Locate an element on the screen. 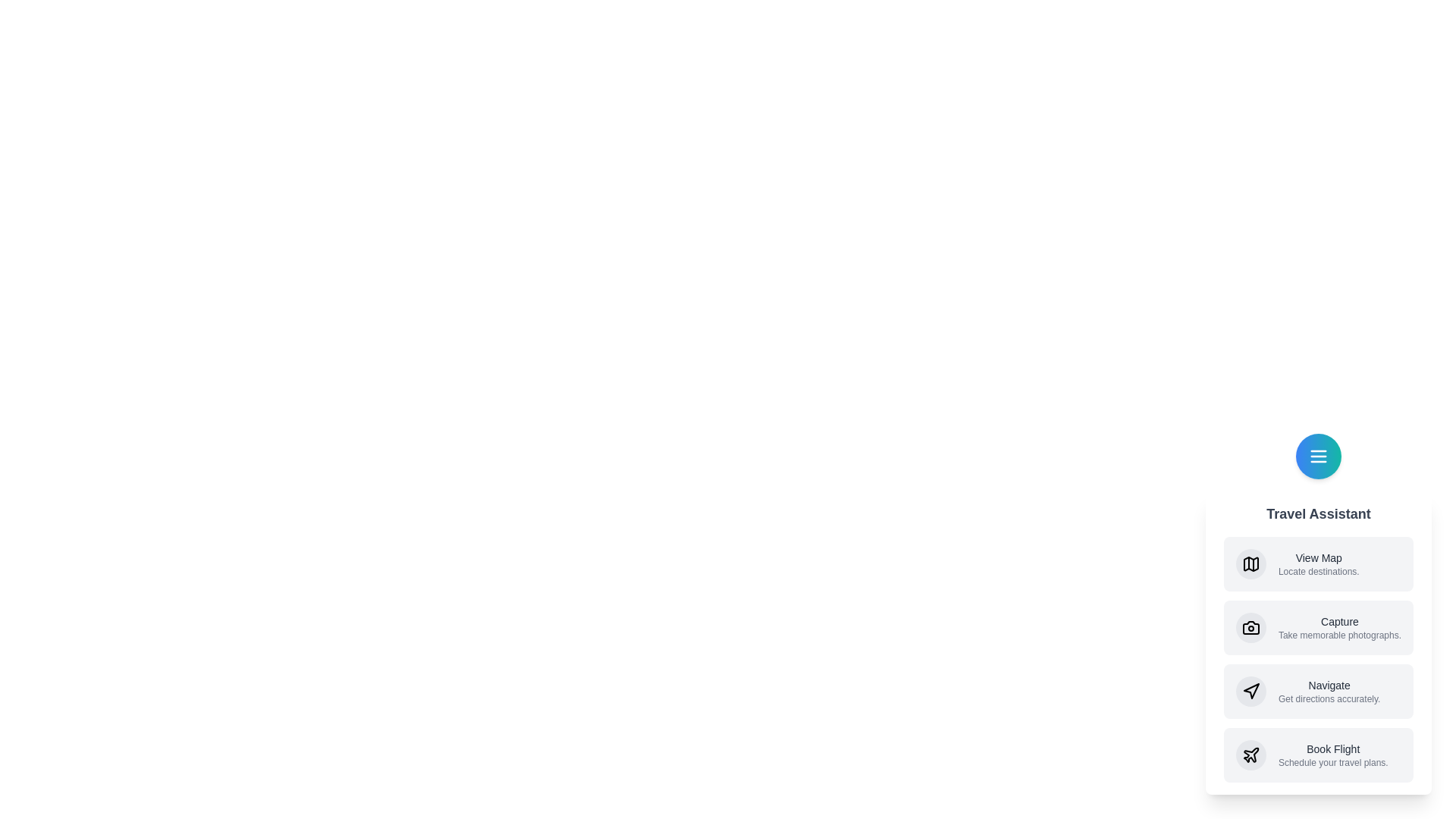 The image size is (1456, 819). the 'Navigate' option in the Travel Assistant Speed Dial is located at coordinates (1328, 691).